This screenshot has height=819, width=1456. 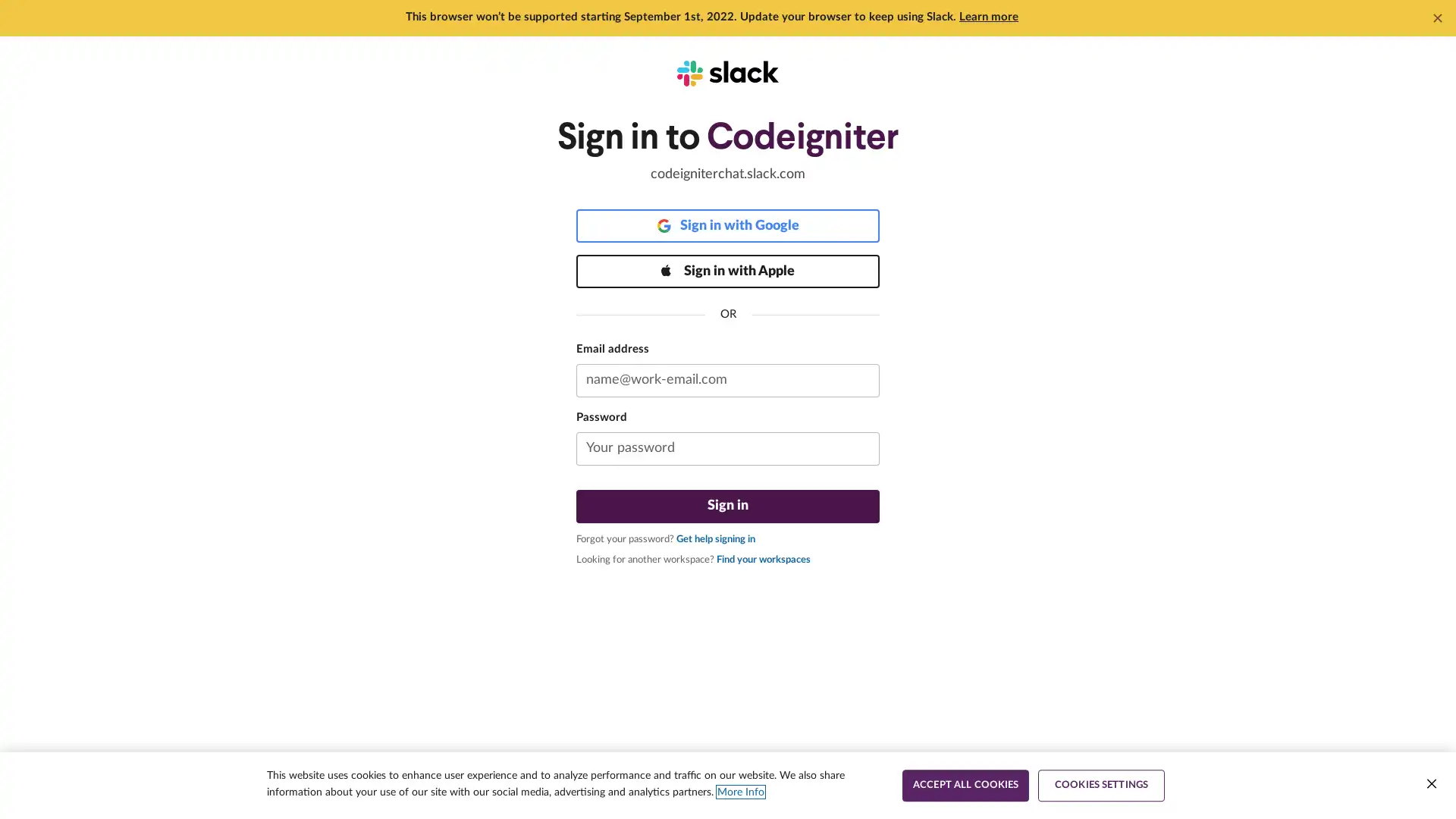 What do you see at coordinates (1437, 17) in the screenshot?
I see `Dismiss` at bounding box center [1437, 17].